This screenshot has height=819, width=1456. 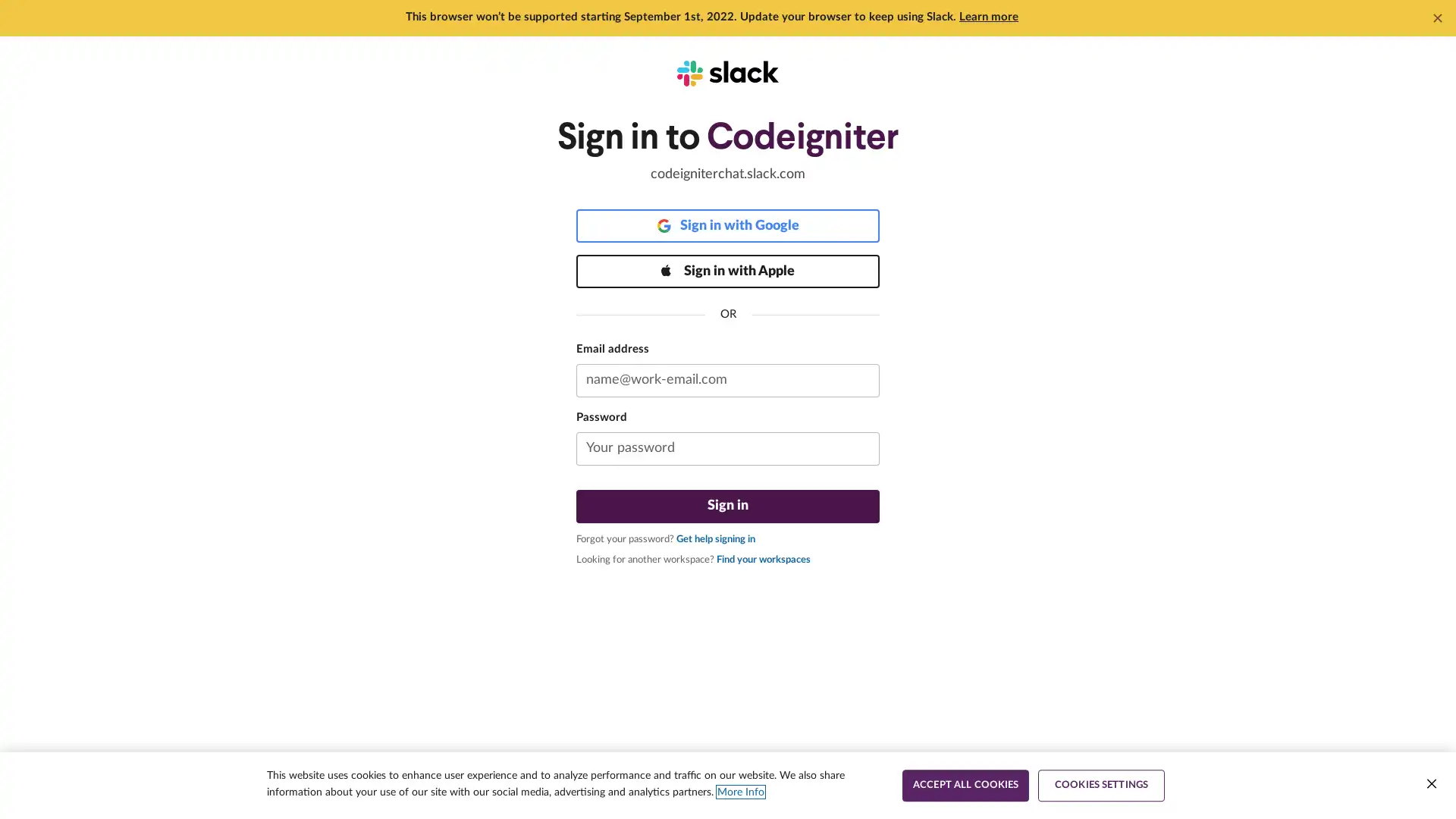 What do you see at coordinates (1437, 17) in the screenshot?
I see `Dismiss` at bounding box center [1437, 17].